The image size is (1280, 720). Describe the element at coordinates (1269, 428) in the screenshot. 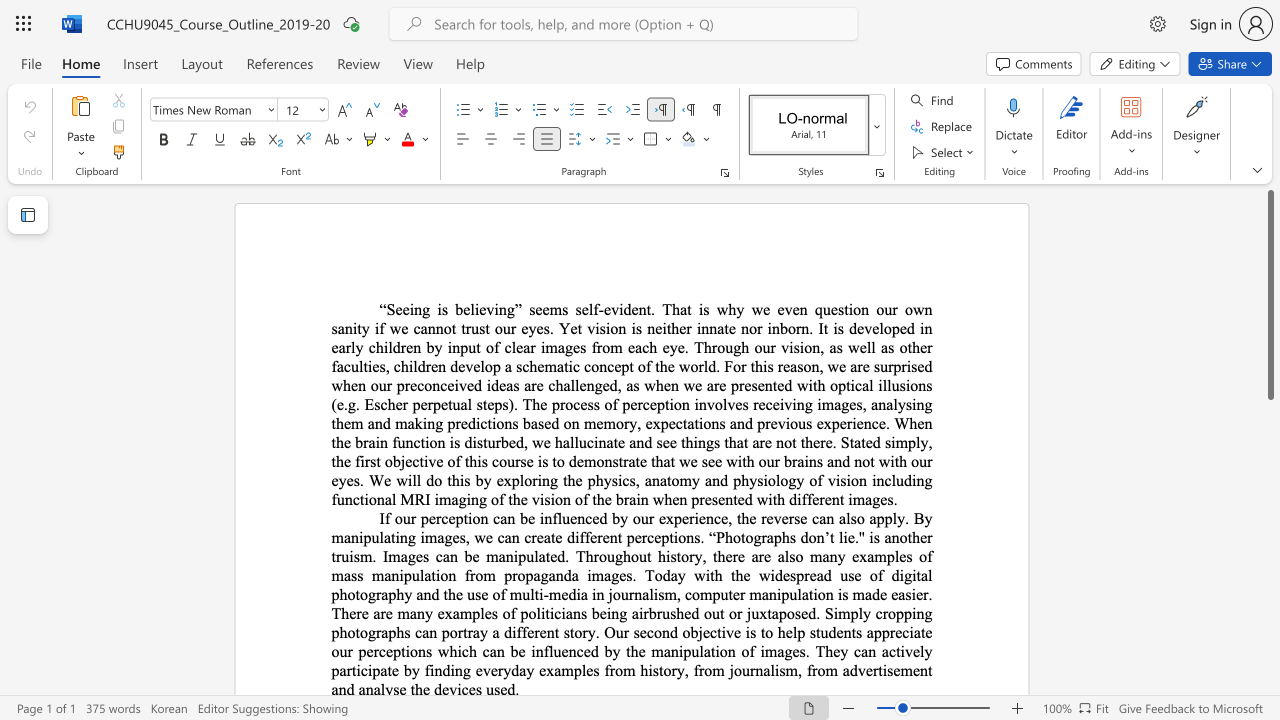

I see `the scrollbar to adjust the page downward` at that location.